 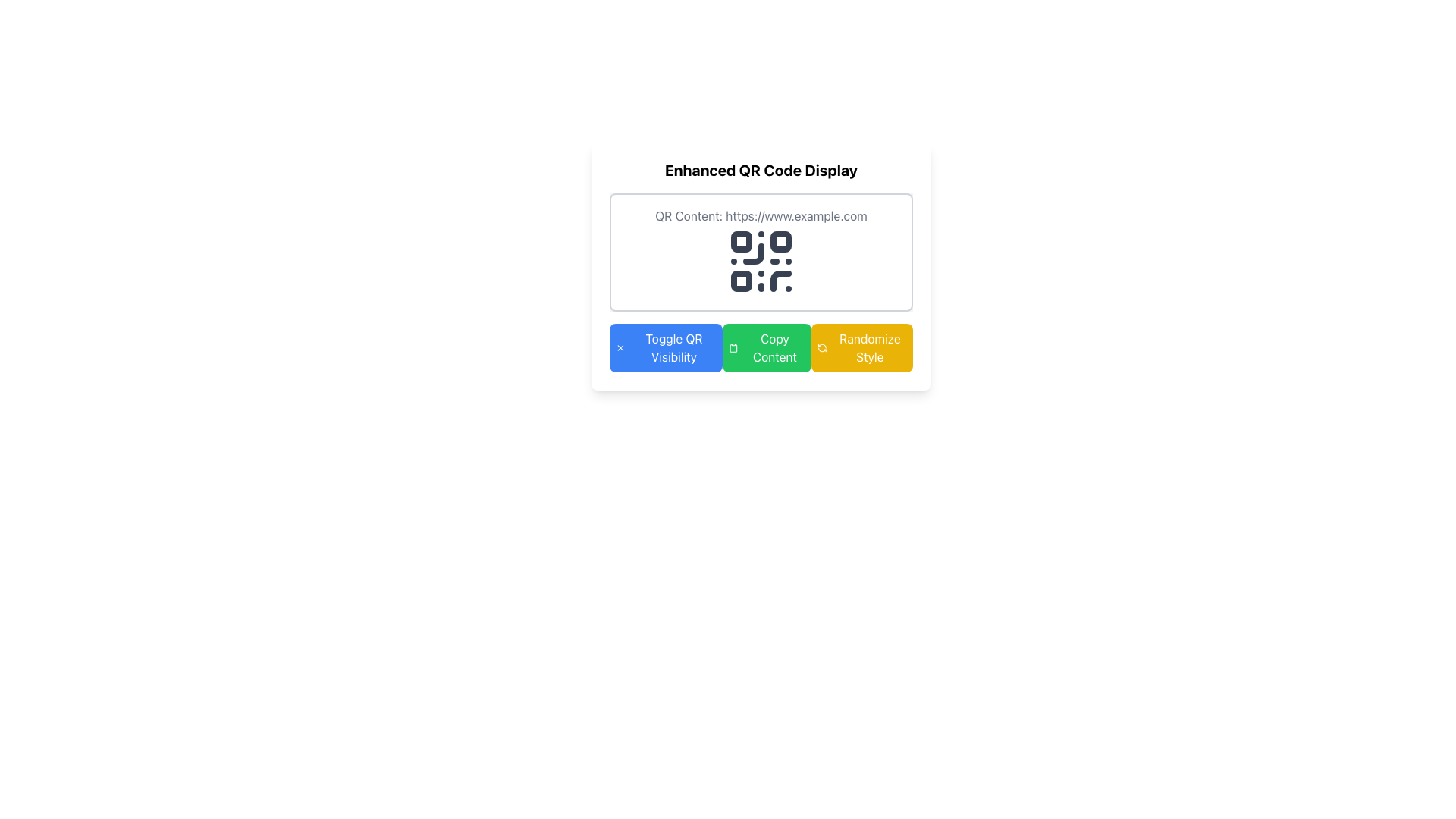 I want to click on the bottom-left corner square of the QR code in the 'Enhanced QR Code Display' module, so click(x=742, y=281).